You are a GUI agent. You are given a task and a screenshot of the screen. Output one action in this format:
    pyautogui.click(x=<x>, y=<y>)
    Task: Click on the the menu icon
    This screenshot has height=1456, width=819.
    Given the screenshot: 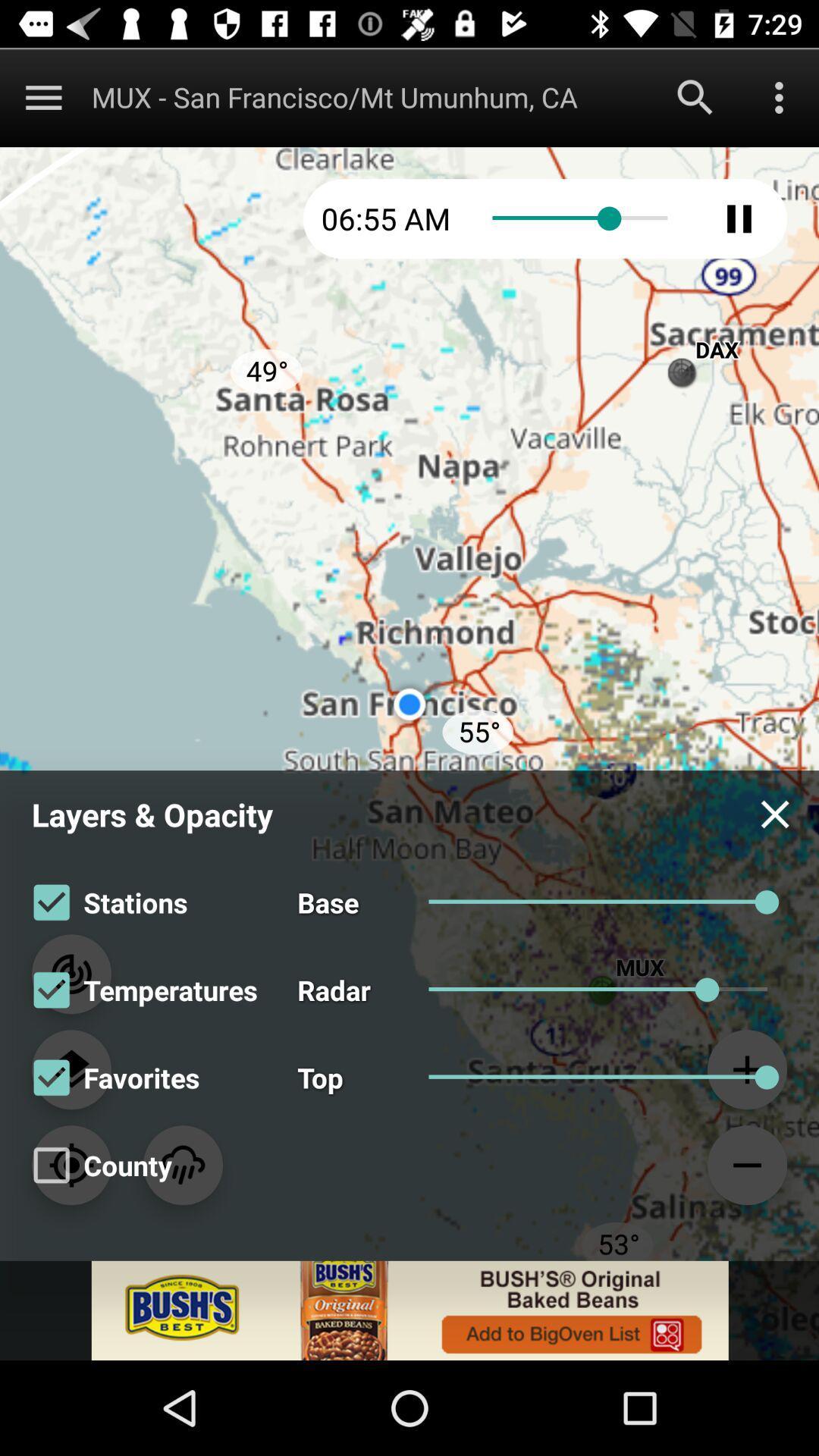 What is the action you would take?
    pyautogui.click(x=42, y=96)
    